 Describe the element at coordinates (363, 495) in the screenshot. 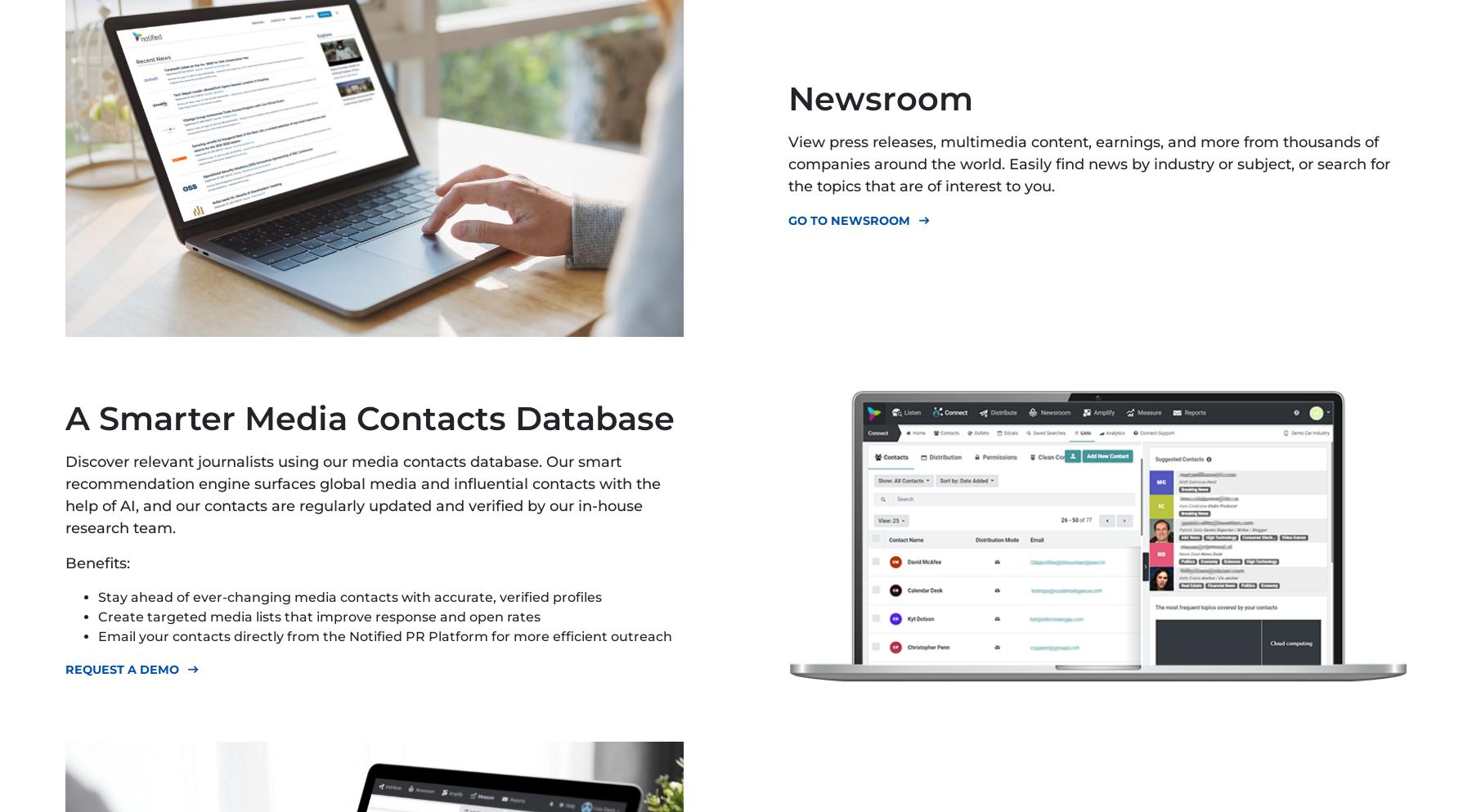

I see `'Discover relevant journalists using our media contacts database. Our smart recommendation engine surfaces global media and influential contacts with the help of AI, and our contacts are regularly updated and verified by our in-house research team.'` at that location.